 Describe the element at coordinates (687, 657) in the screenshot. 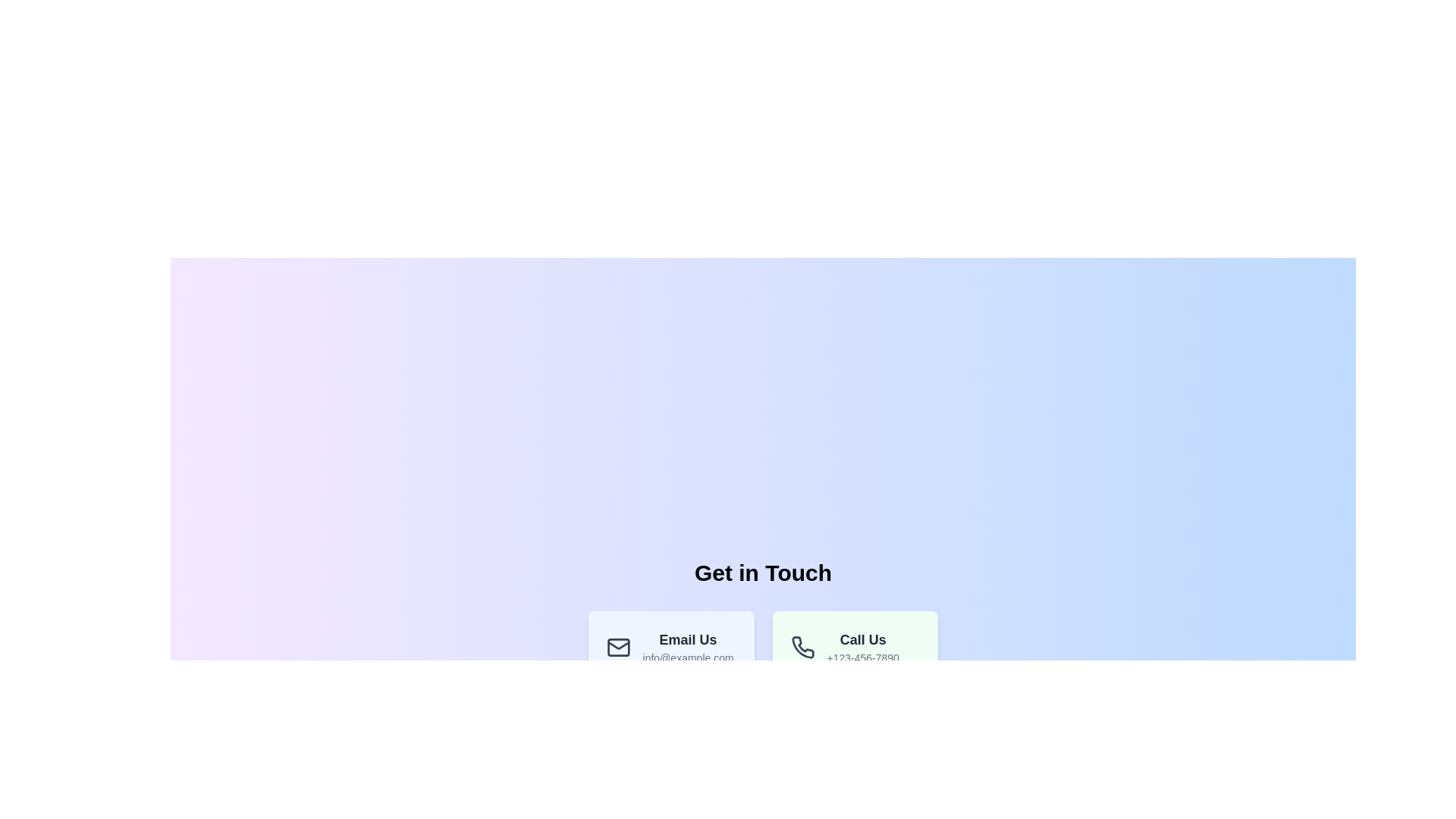

I see `the email address displayed below the 'Email Us' heading` at that location.